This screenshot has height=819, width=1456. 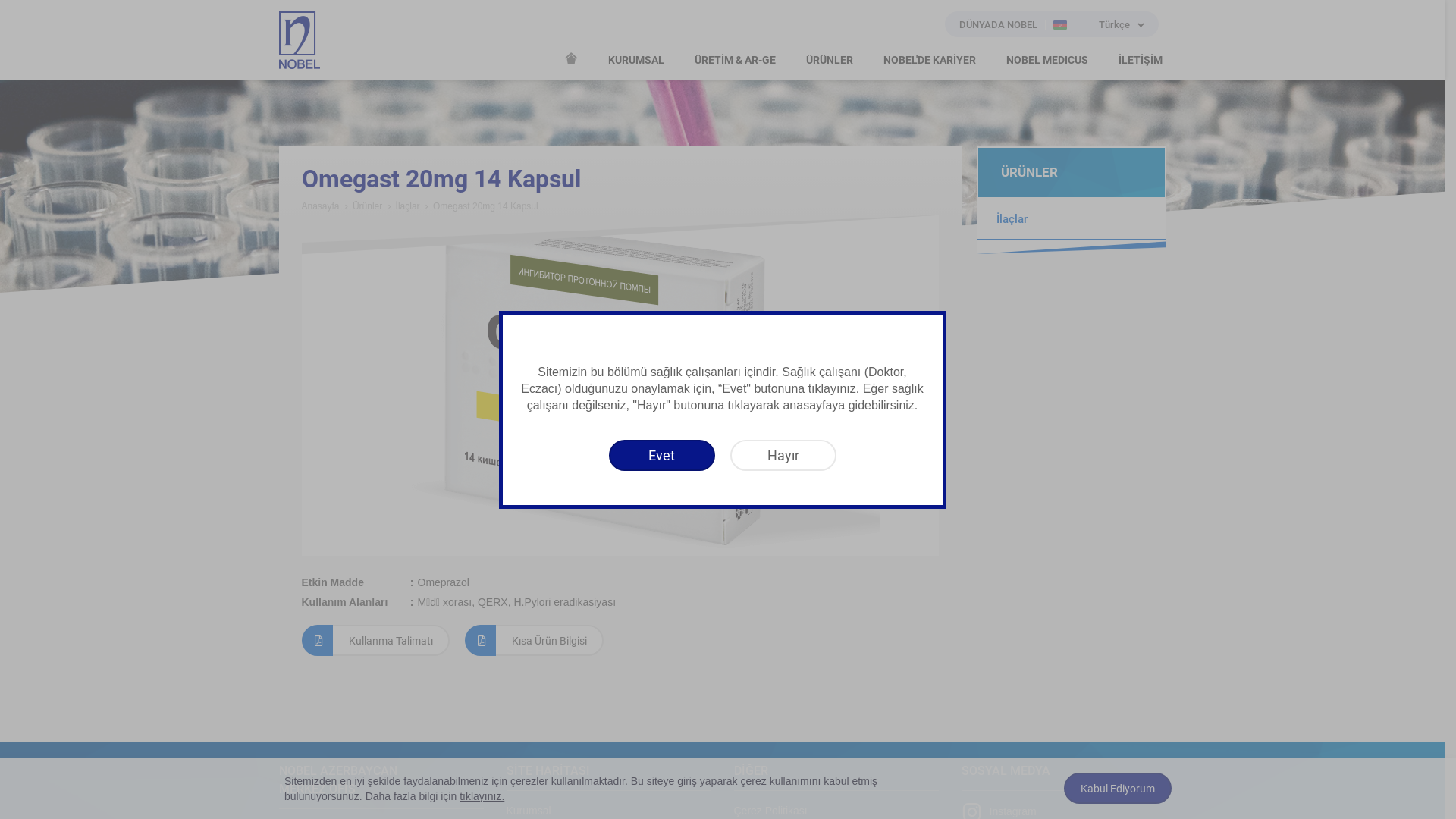 I want to click on 'Instagram', so click(x=999, y=810).